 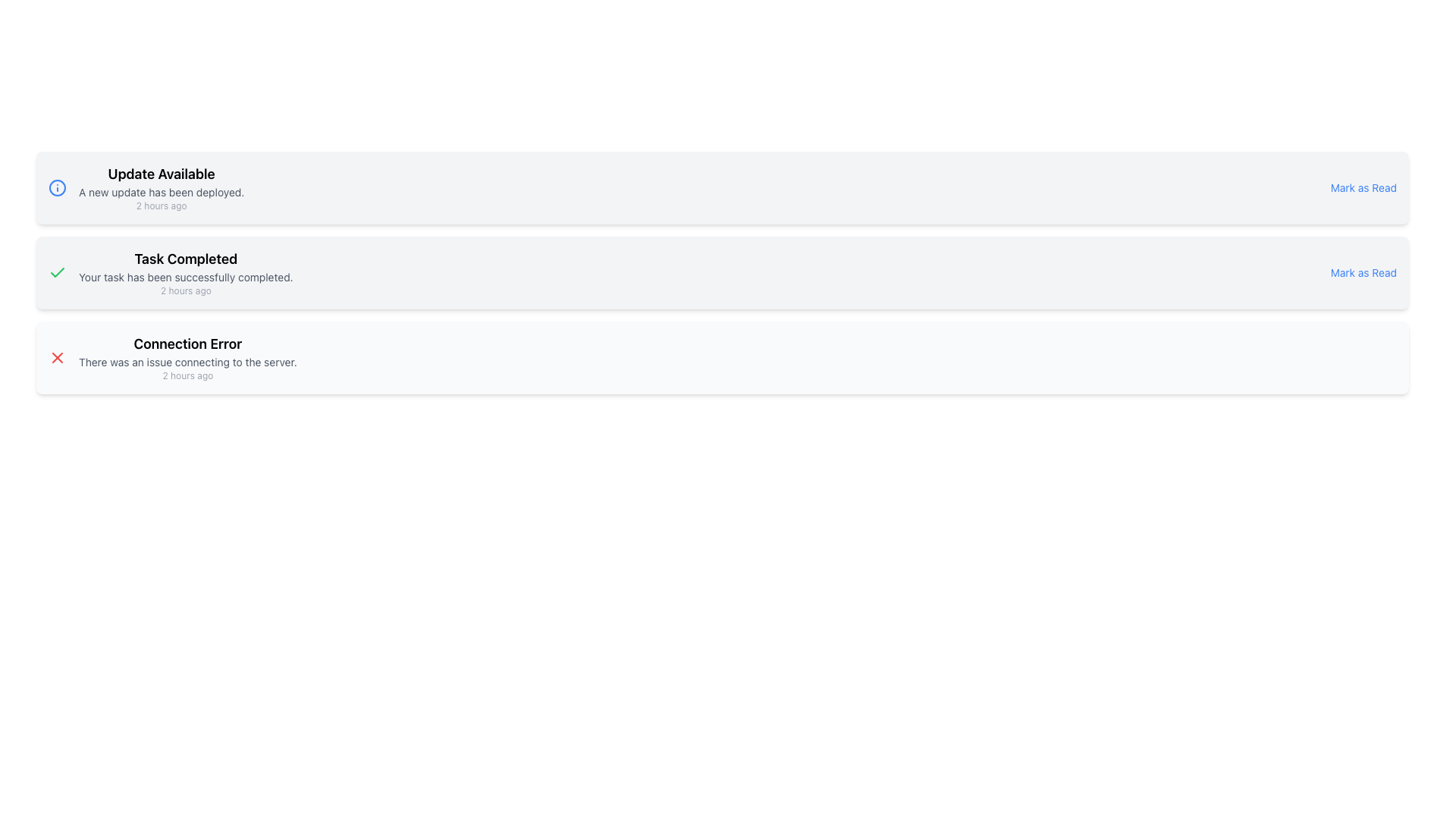 What do you see at coordinates (58, 357) in the screenshot?
I see `the error icon within the 'Connection Error' notification block, positioned at the left side near the beginning, for visual feedback` at bounding box center [58, 357].